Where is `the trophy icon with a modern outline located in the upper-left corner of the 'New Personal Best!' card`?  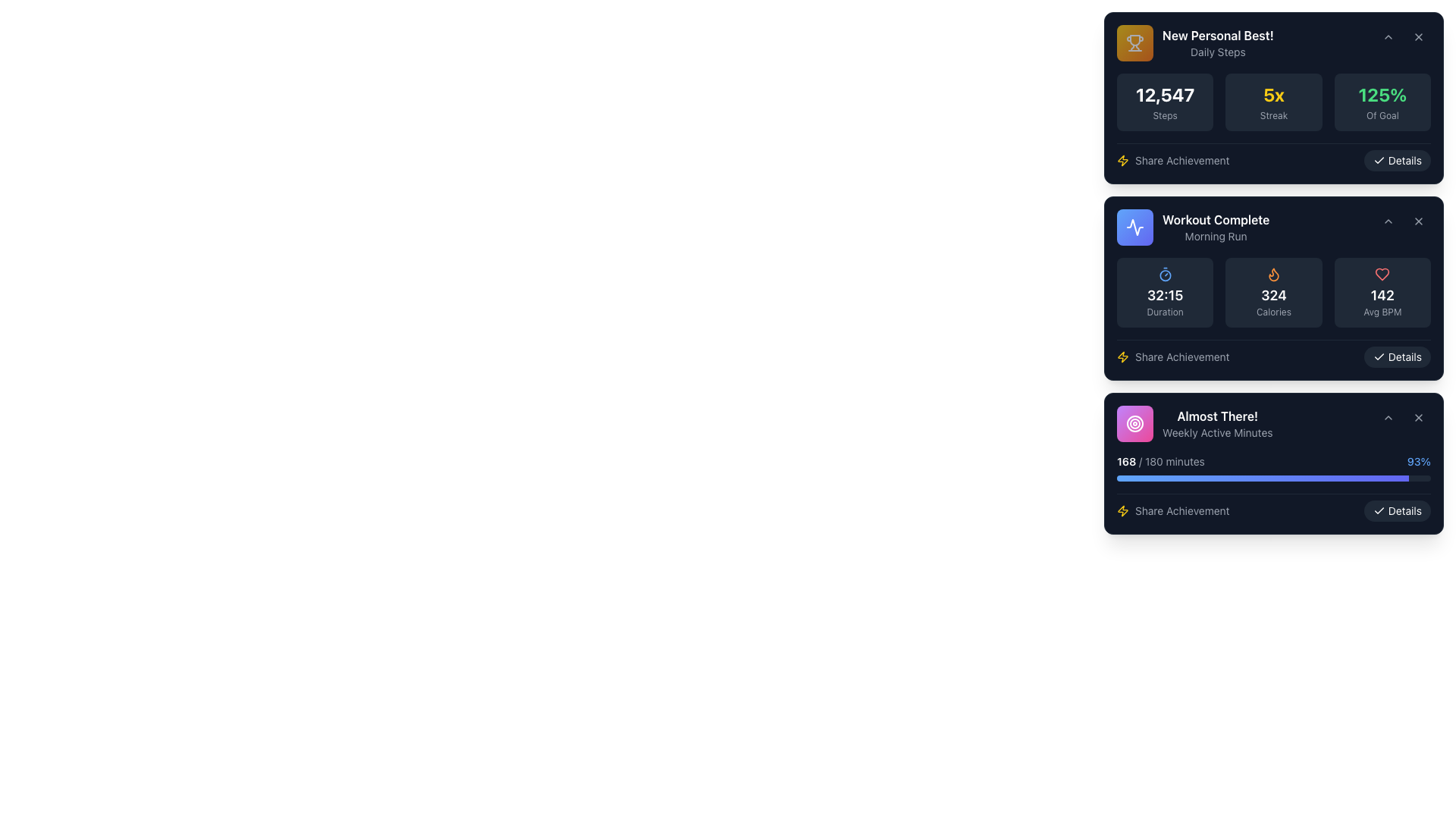 the trophy icon with a modern outline located in the upper-left corner of the 'New Personal Best!' card is located at coordinates (1135, 39).